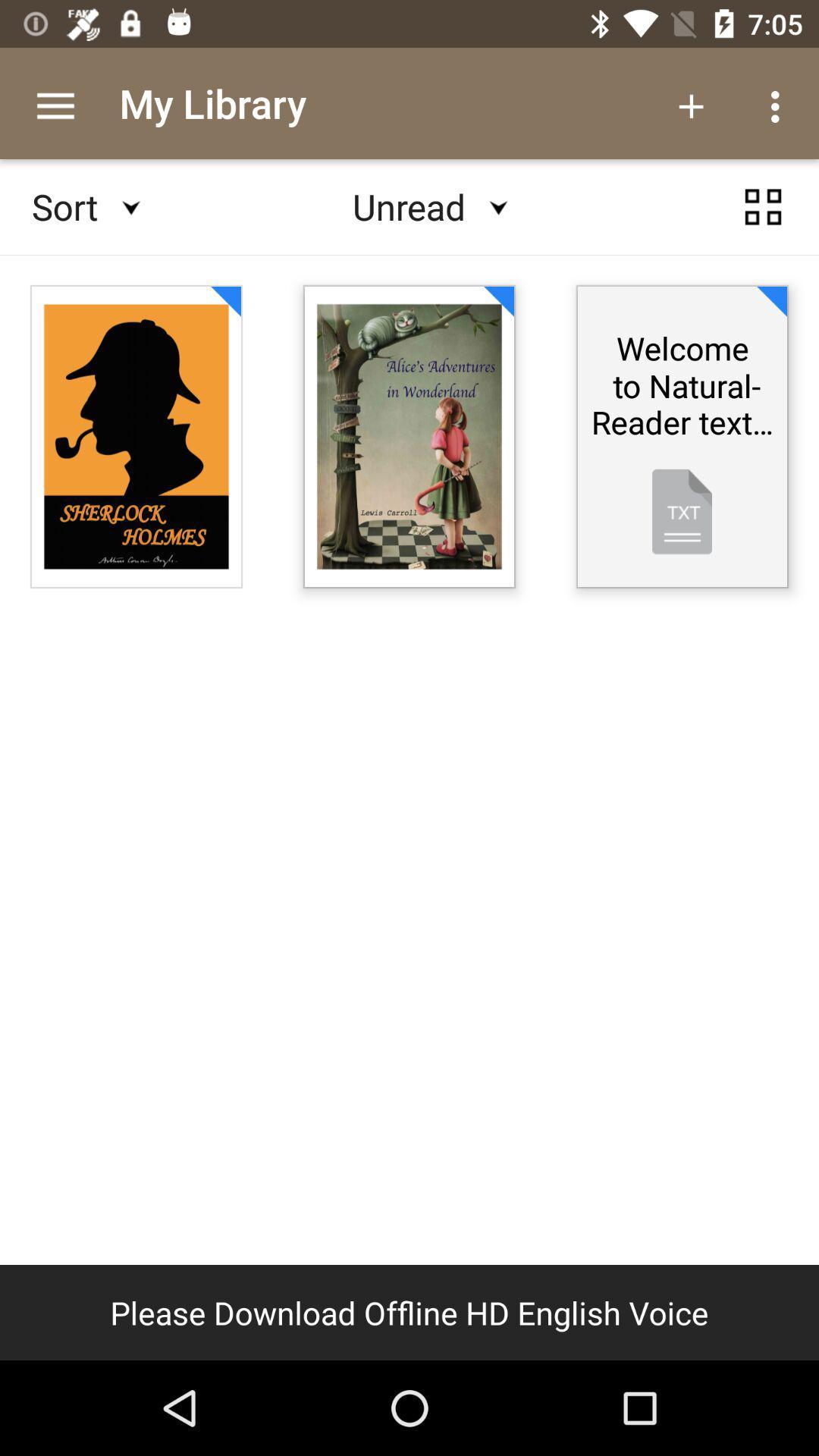 This screenshot has width=819, height=1456. Describe the element at coordinates (763, 221) in the screenshot. I see `the dashboard icon` at that location.